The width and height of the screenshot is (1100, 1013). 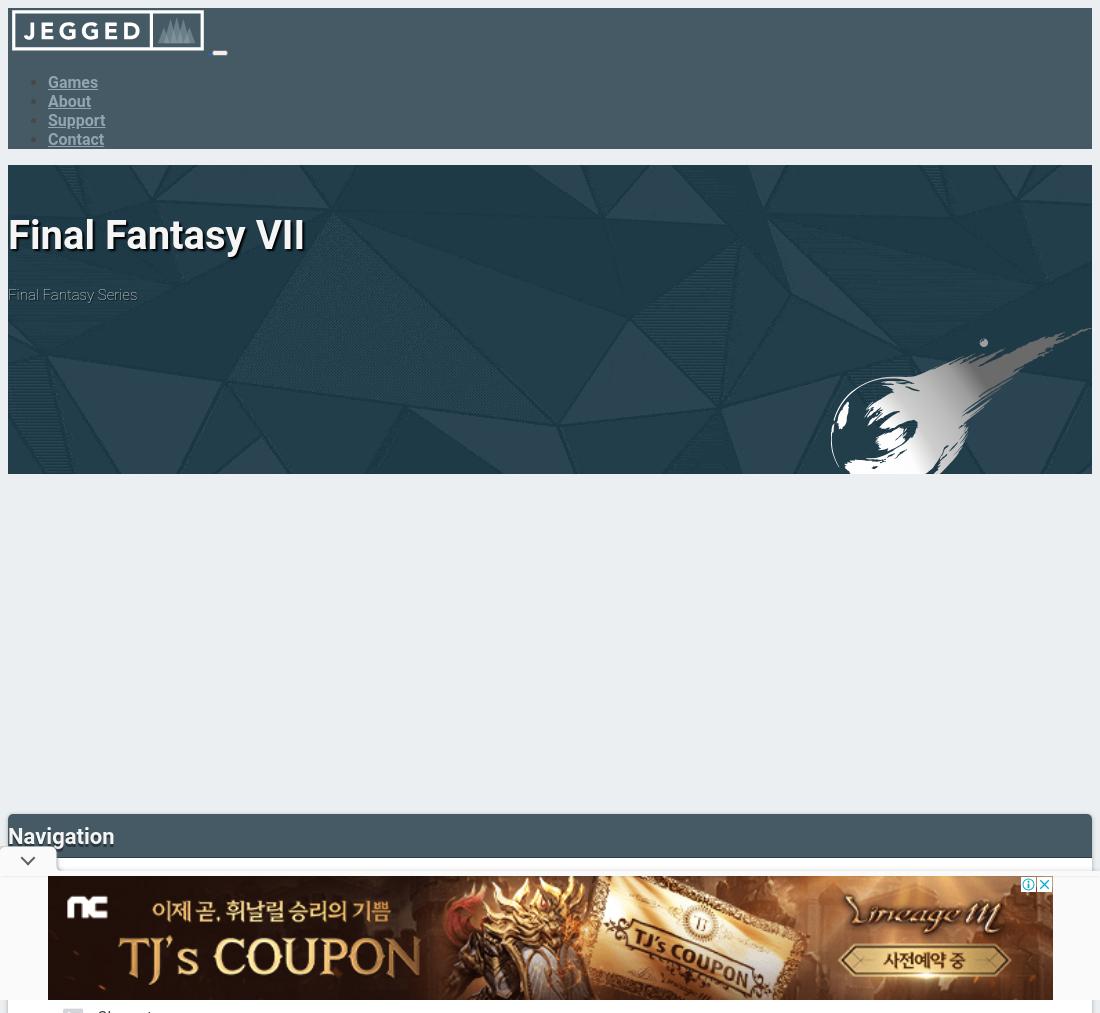 What do you see at coordinates (155, 233) in the screenshot?
I see `'Final Fantasy VII'` at bounding box center [155, 233].